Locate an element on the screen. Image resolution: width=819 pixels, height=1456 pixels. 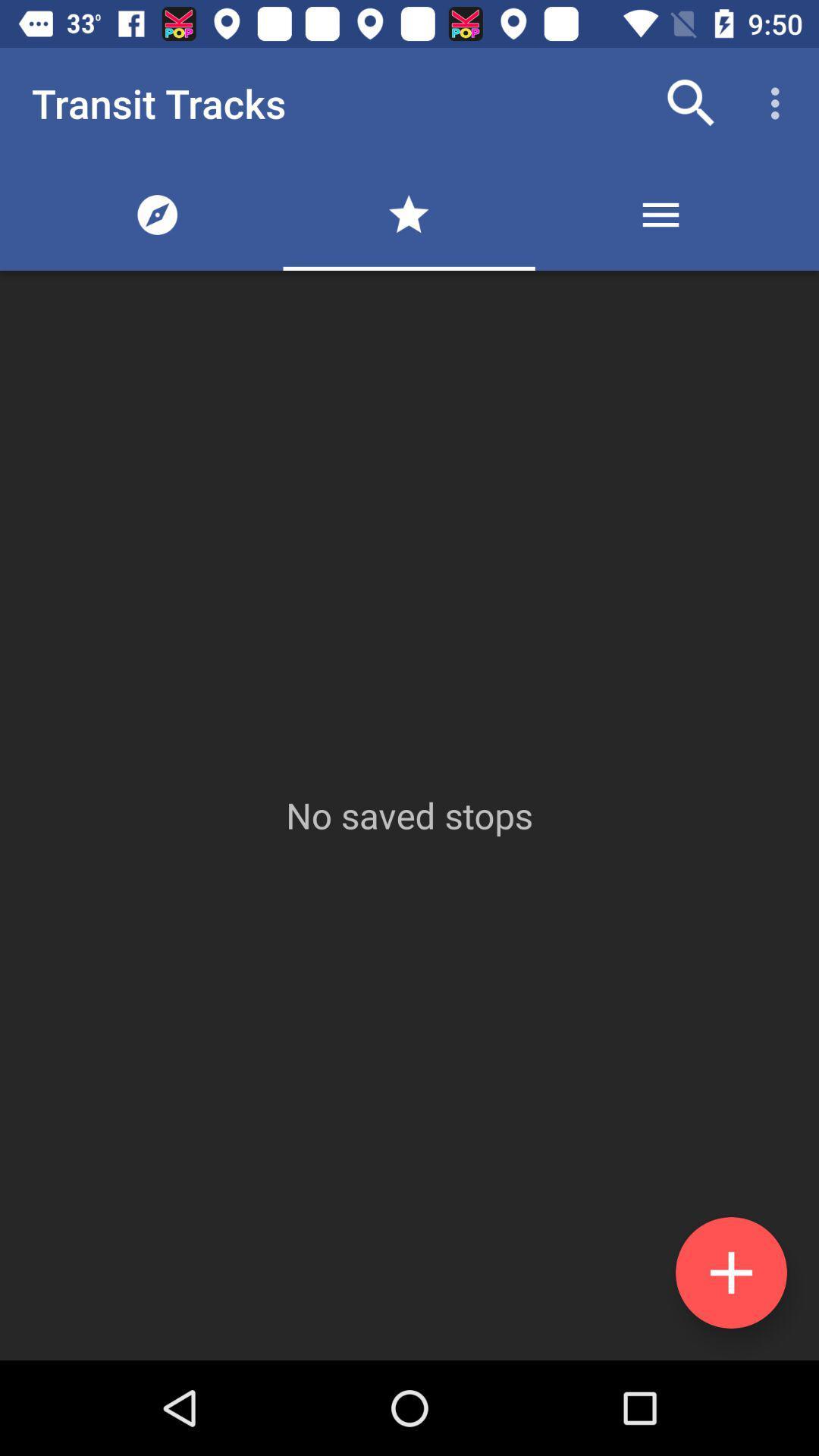
the add icon is located at coordinates (730, 1272).